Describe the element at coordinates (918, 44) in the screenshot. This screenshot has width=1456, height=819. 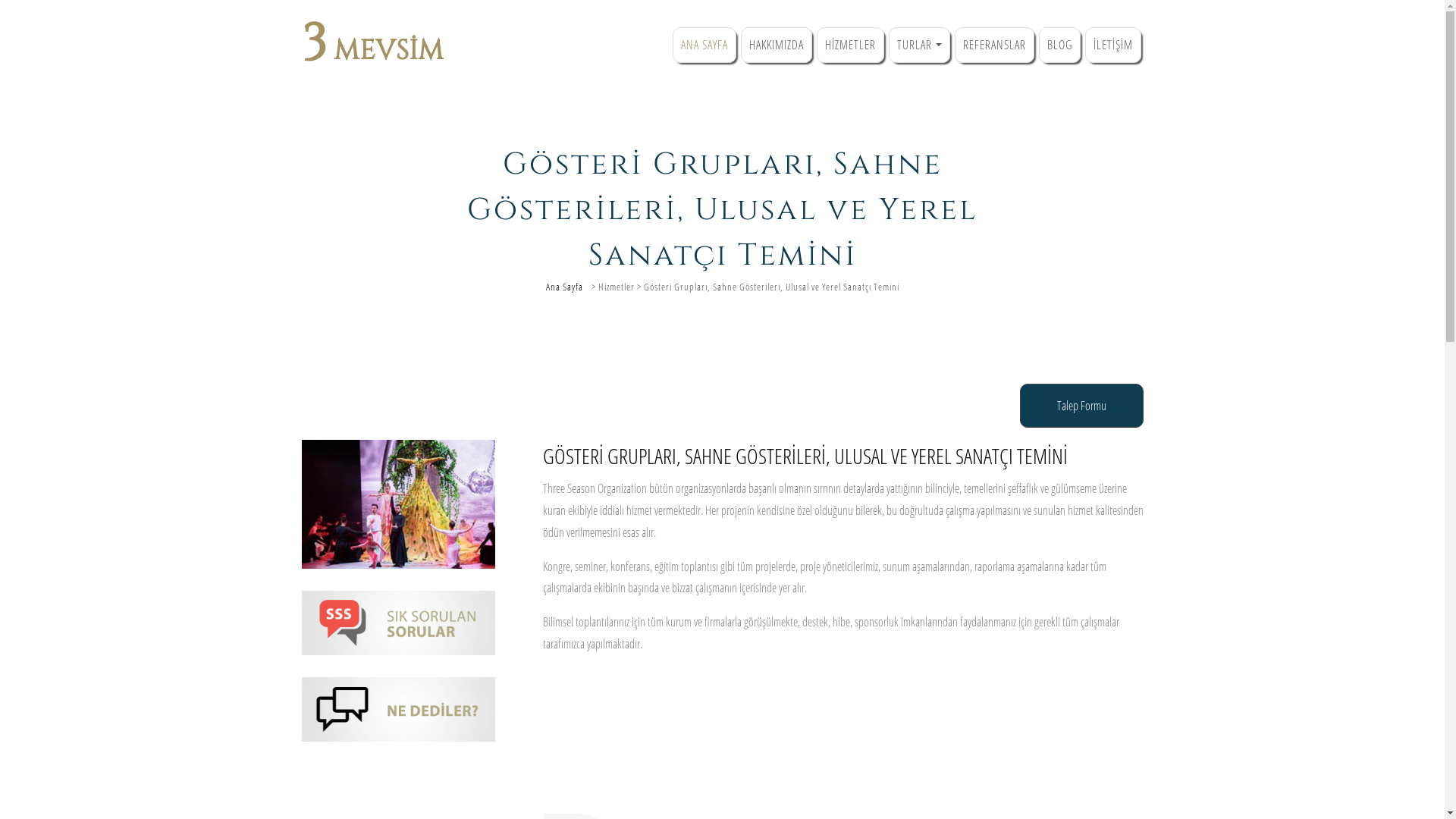
I see `'TURLAR'` at that location.